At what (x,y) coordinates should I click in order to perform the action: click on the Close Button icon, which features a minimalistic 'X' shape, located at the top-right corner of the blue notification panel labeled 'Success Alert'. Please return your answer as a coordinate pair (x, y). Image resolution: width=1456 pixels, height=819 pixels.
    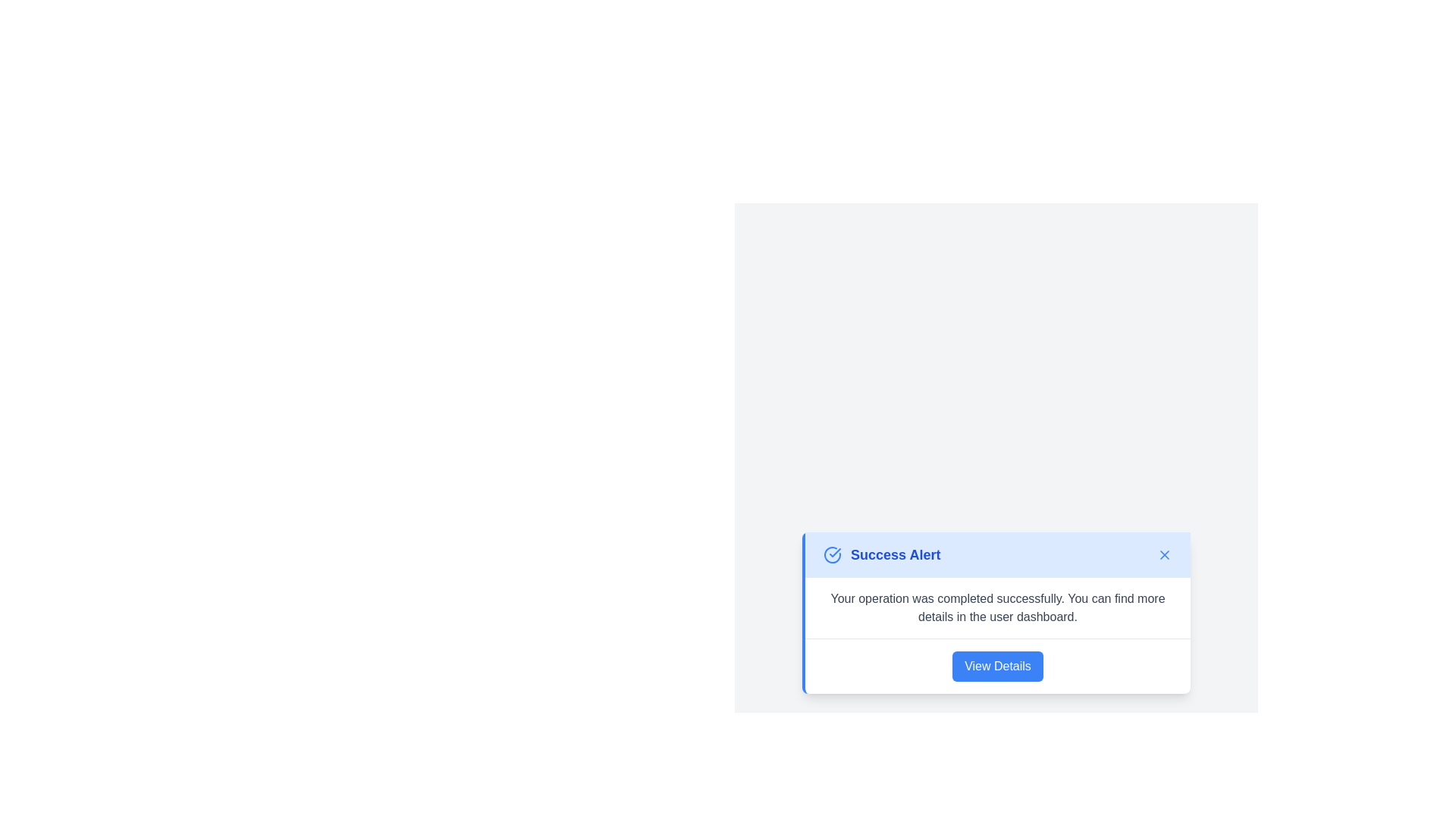
    Looking at the image, I should click on (1164, 554).